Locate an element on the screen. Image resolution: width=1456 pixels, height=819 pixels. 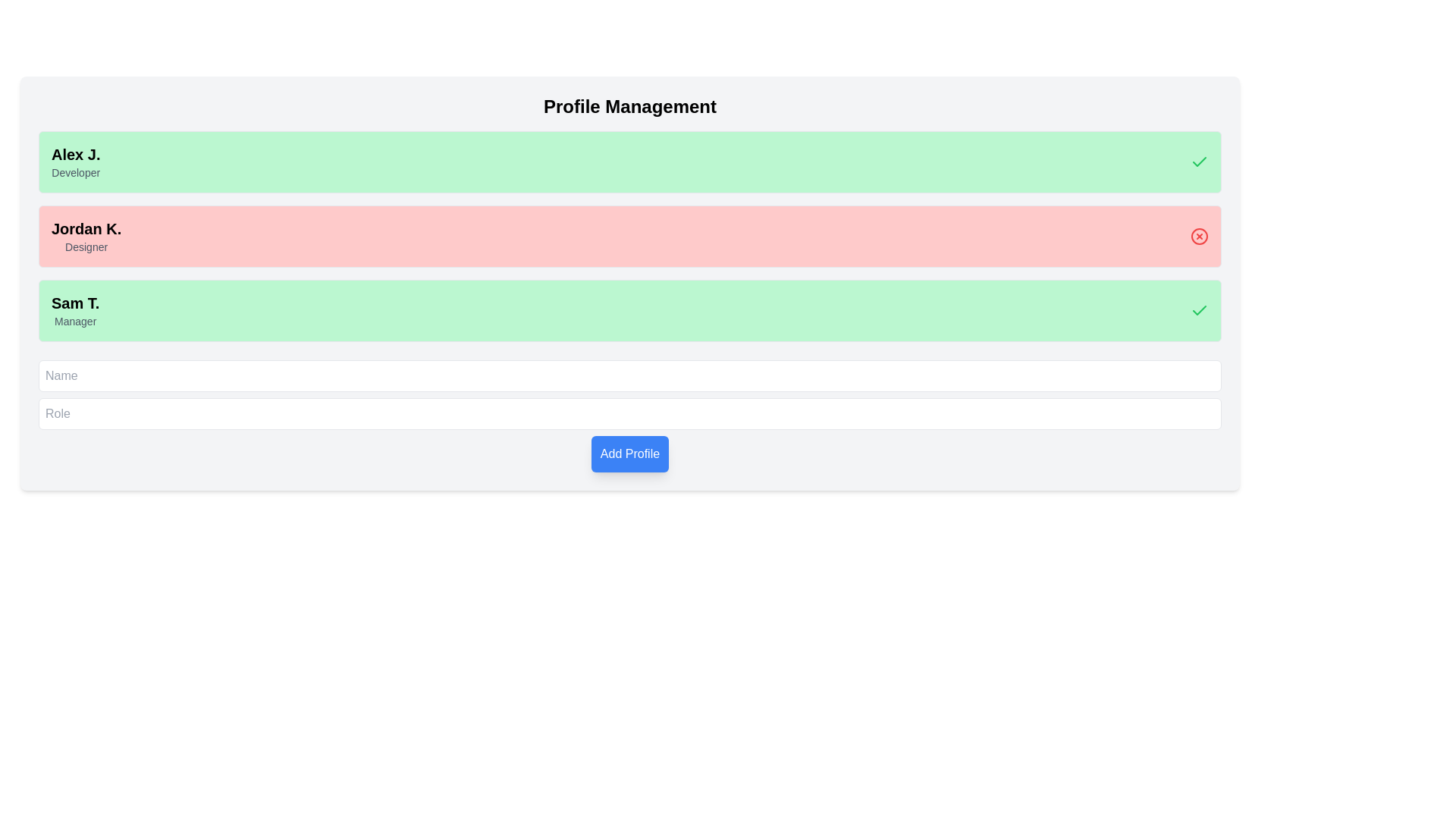
the checkmark icon located in the upper-right corner of the green-highlighted profile card labeled 'Alex J. Developer' to understand its status is located at coordinates (1199, 162).